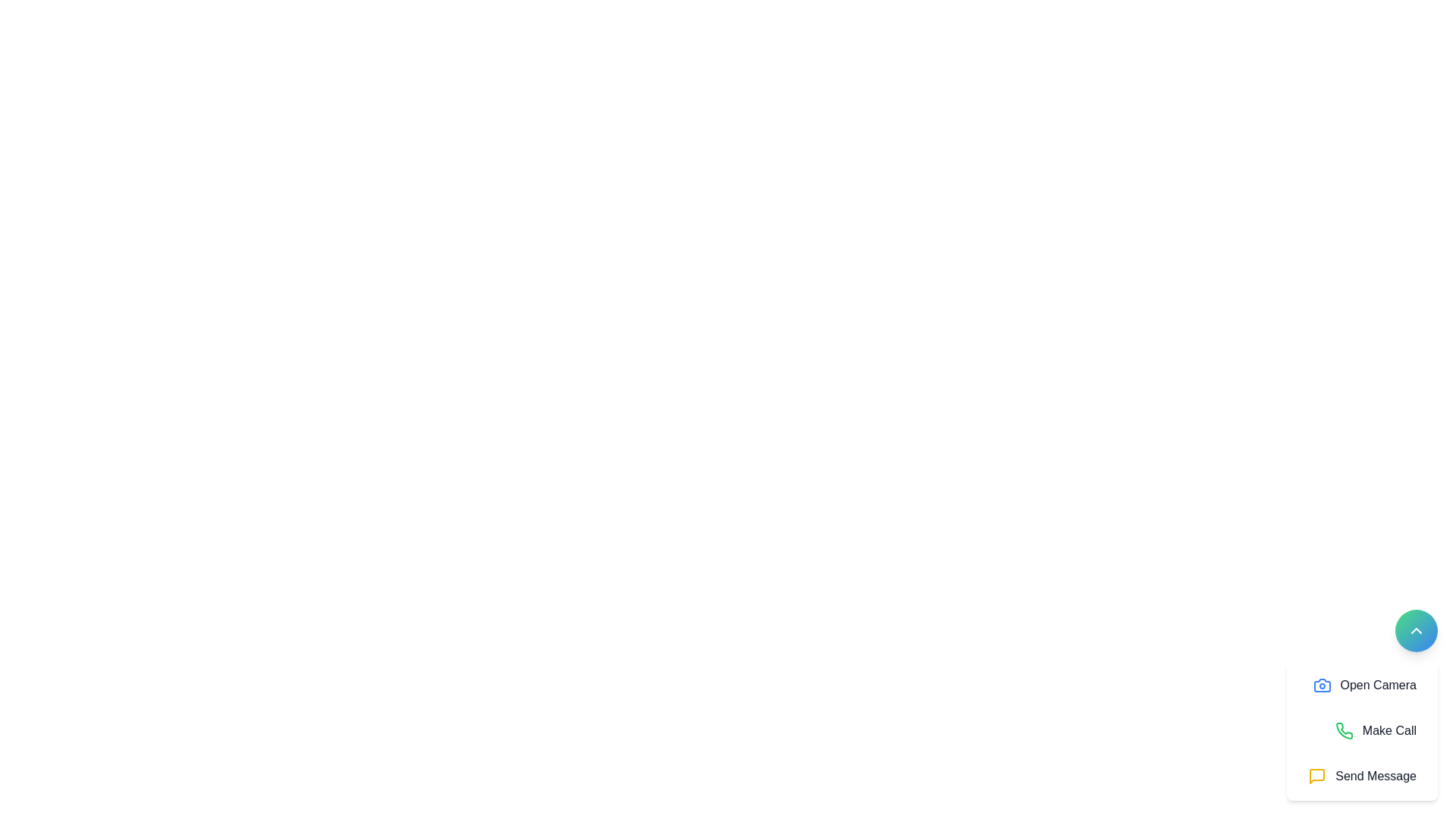 Image resolution: width=1456 pixels, height=819 pixels. Describe the element at coordinates (1316, 776) in the screenshot. I see `the 'Send Message' icon located on the leftmost part of the 'Send Message' button, preceding the text label` at that location.